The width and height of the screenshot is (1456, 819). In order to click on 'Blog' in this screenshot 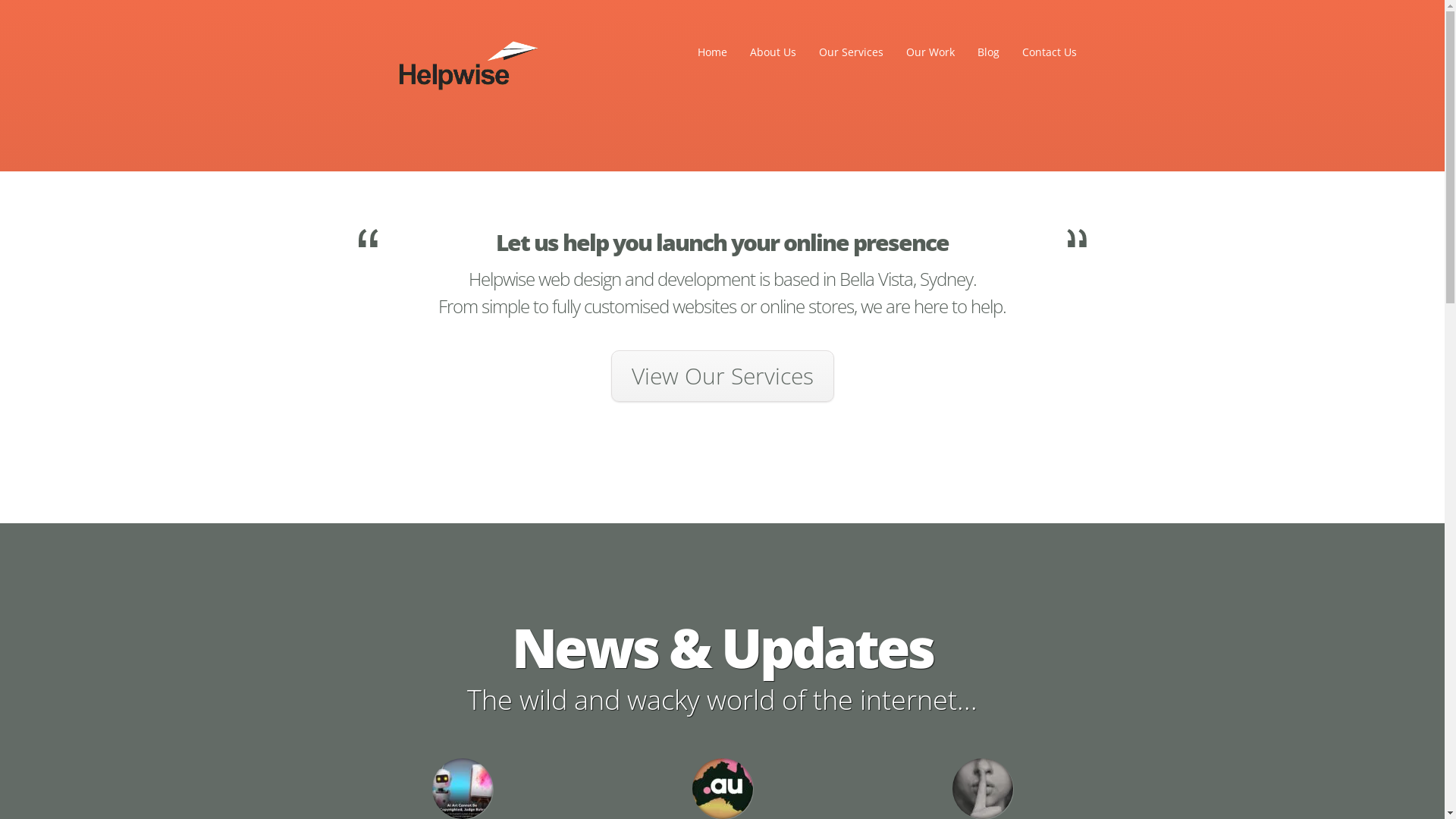, I will do `click(988, 52)`.